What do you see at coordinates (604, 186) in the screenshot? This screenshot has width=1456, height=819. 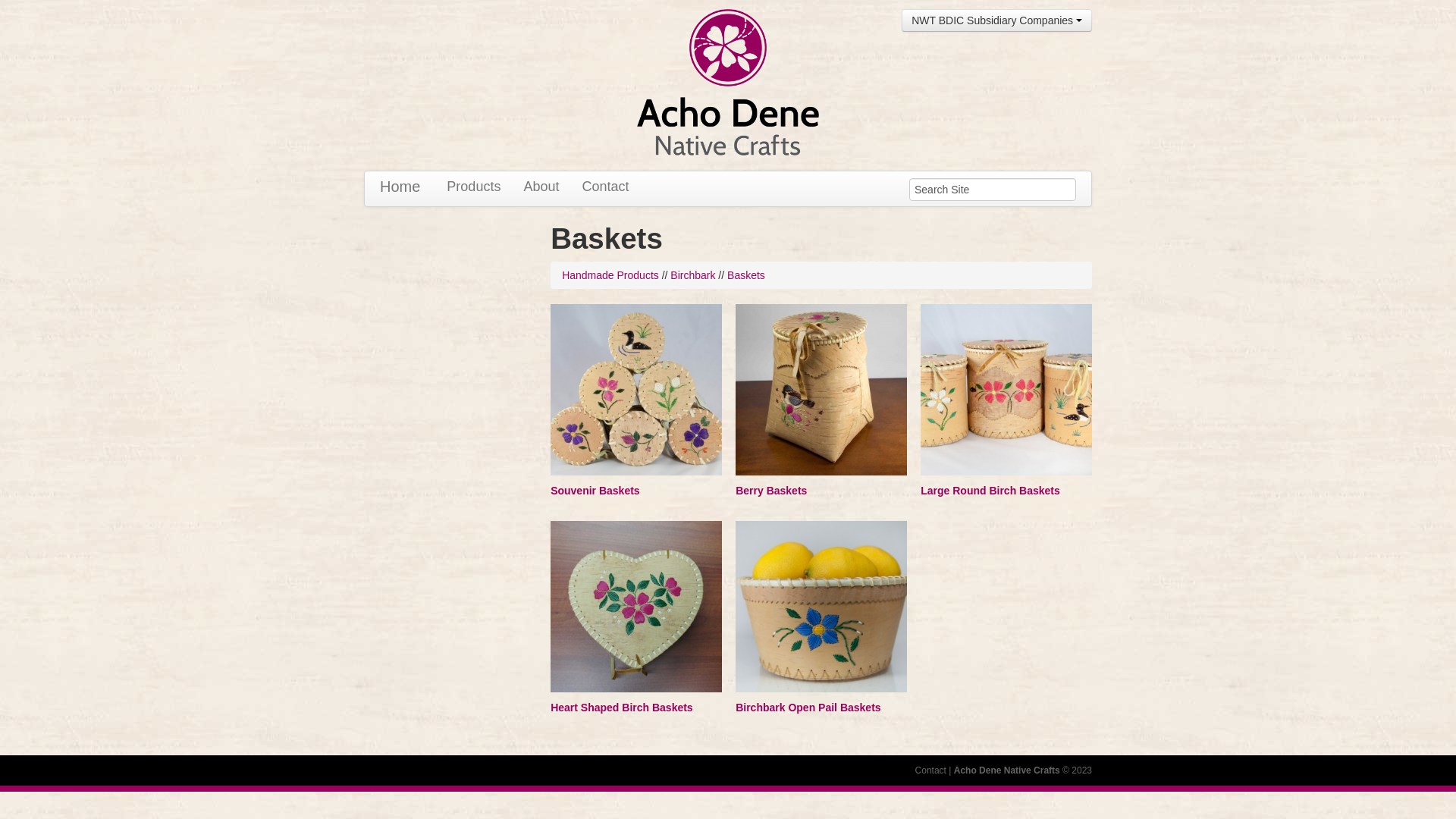 I see `'Contact'` at bounding box center [604, 186].